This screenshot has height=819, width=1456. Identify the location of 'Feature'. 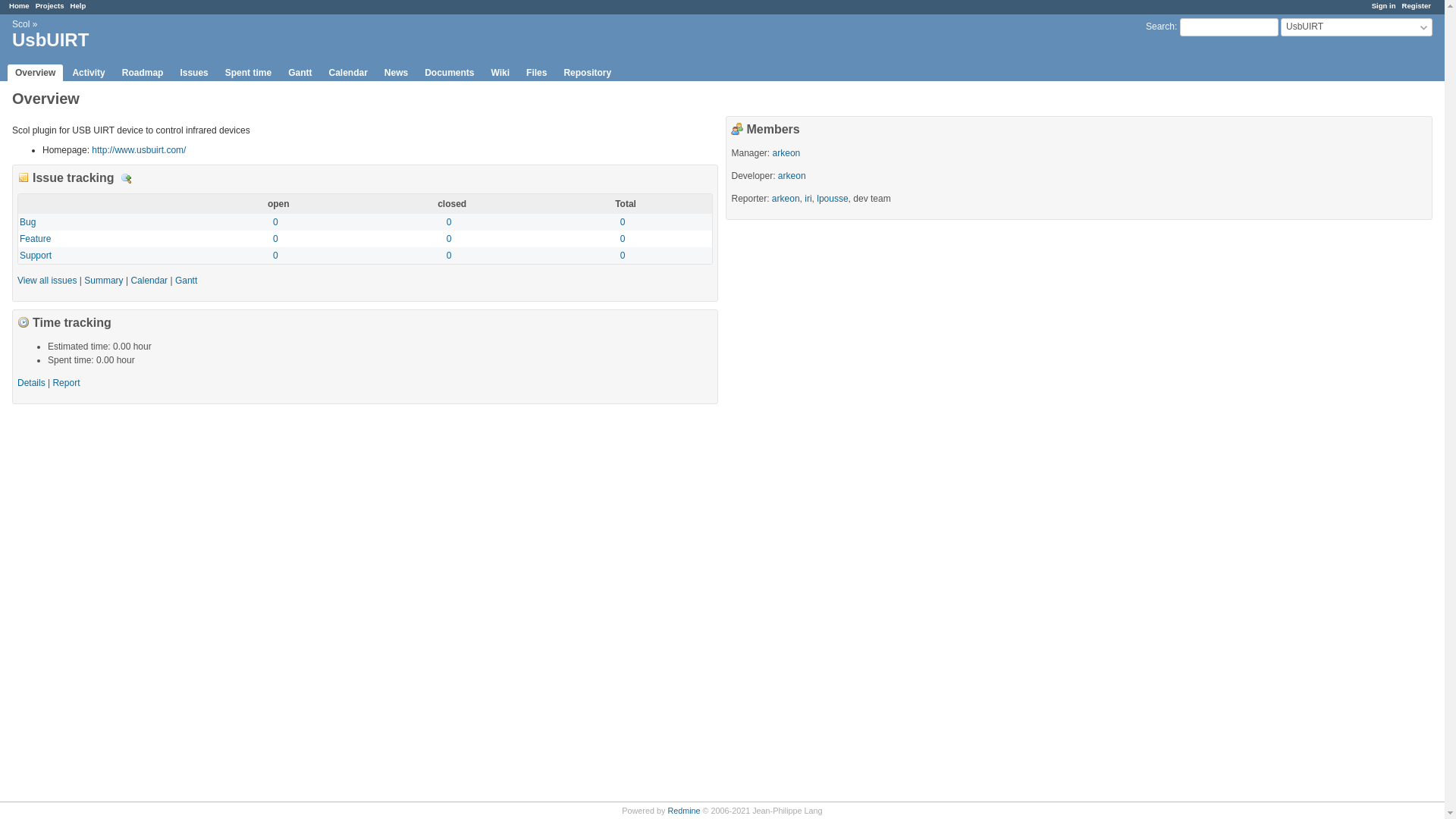
(35, 239).